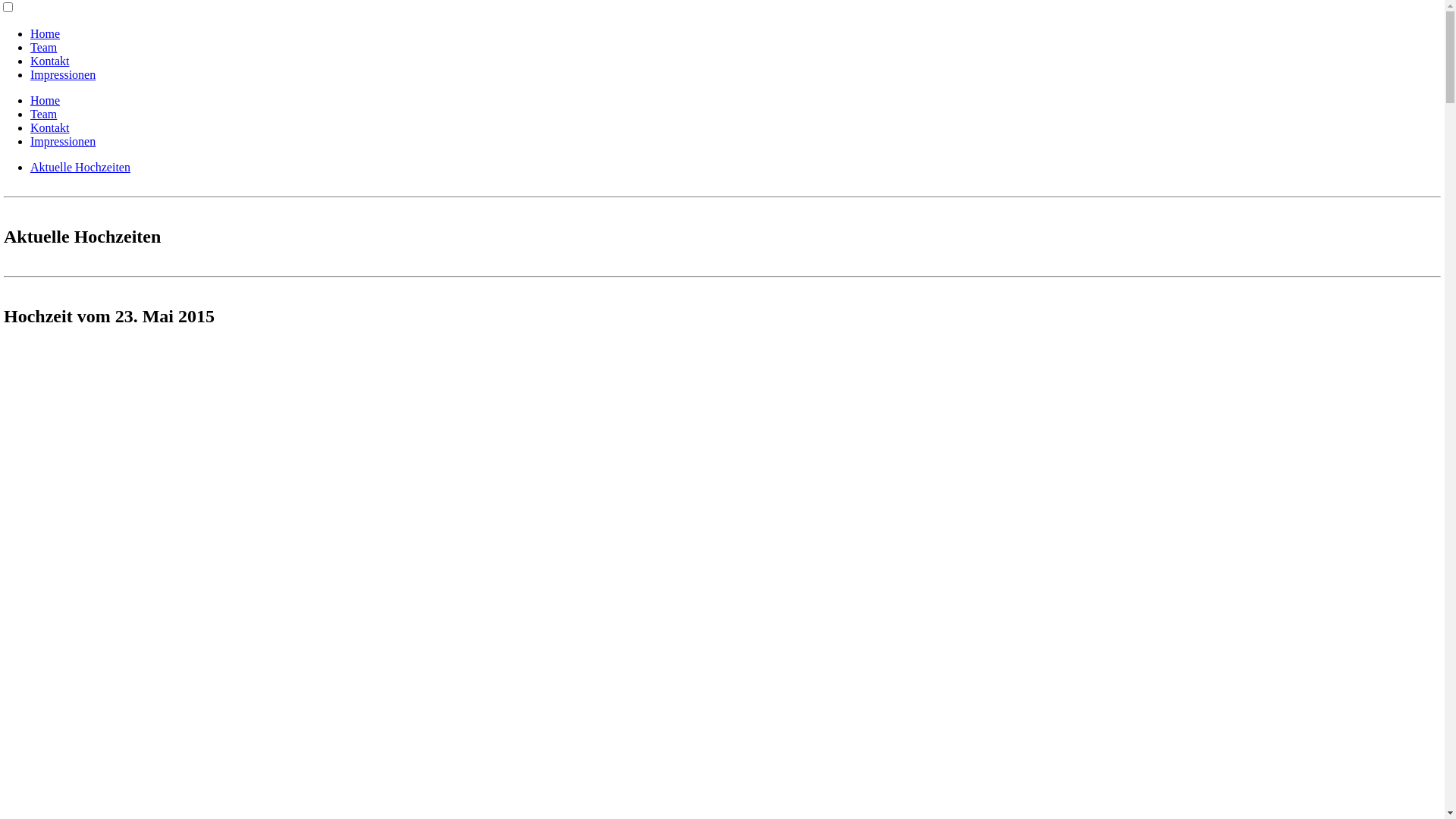  I want to click on 'Home', so click(45, 33).